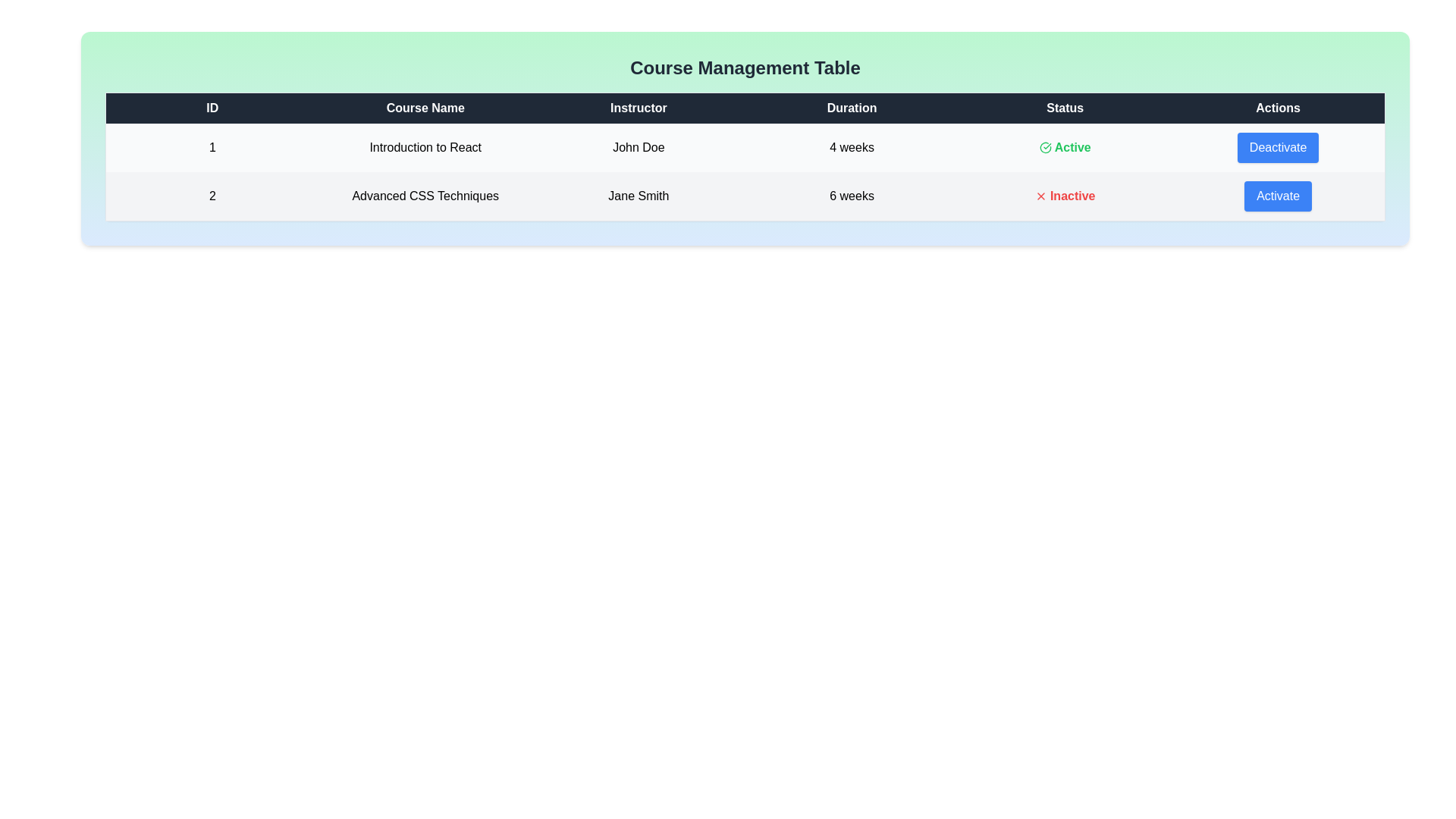 This screenshot has height=819, width=1456. I want to click on the Text label indicating 'Inactive' status in the second row of the table, located in the 'Status' column, so click(1064, 195).